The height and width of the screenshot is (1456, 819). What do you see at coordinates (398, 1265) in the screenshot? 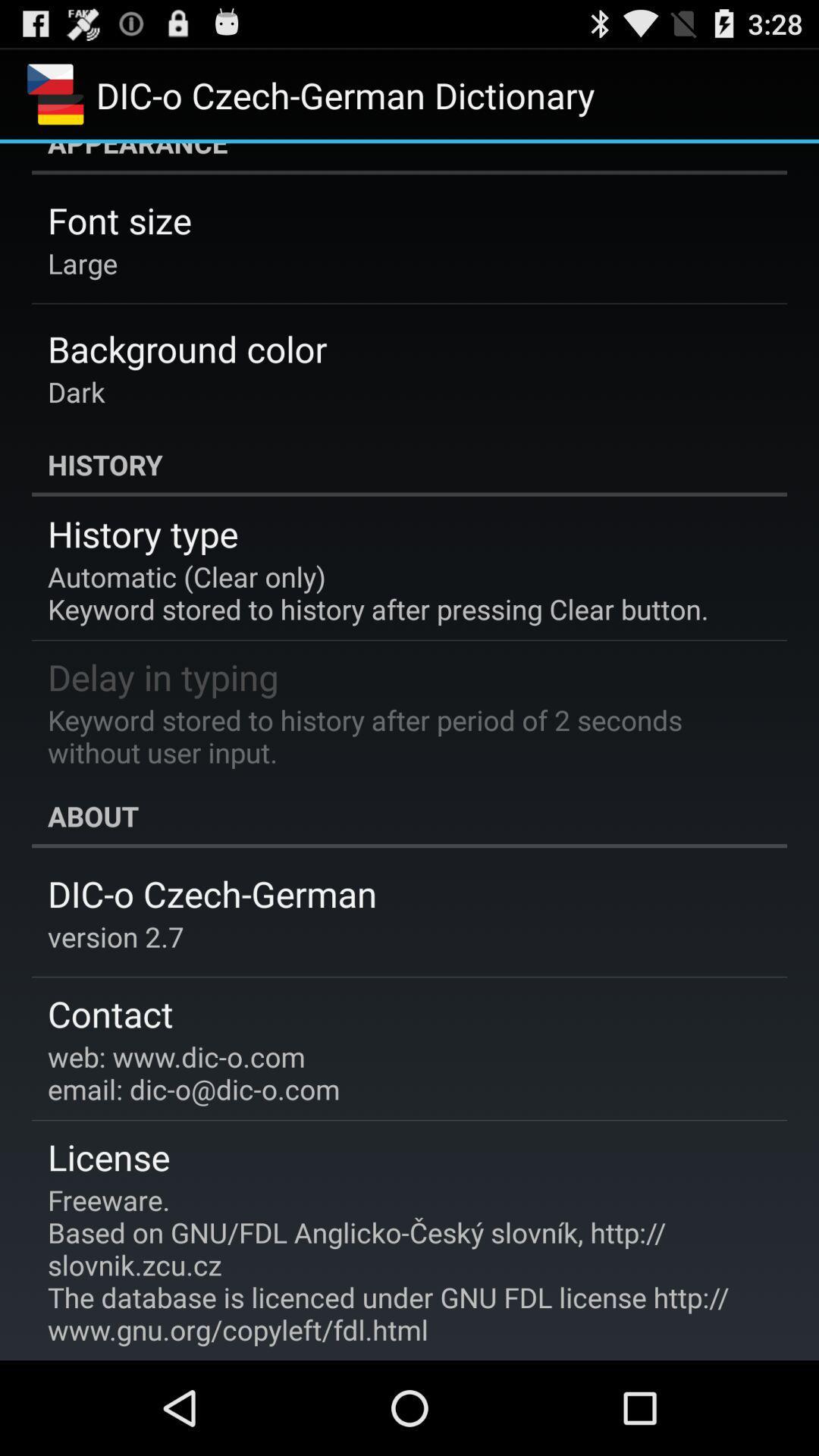
I see `the item below license item` at bounding box center [398, 1265].